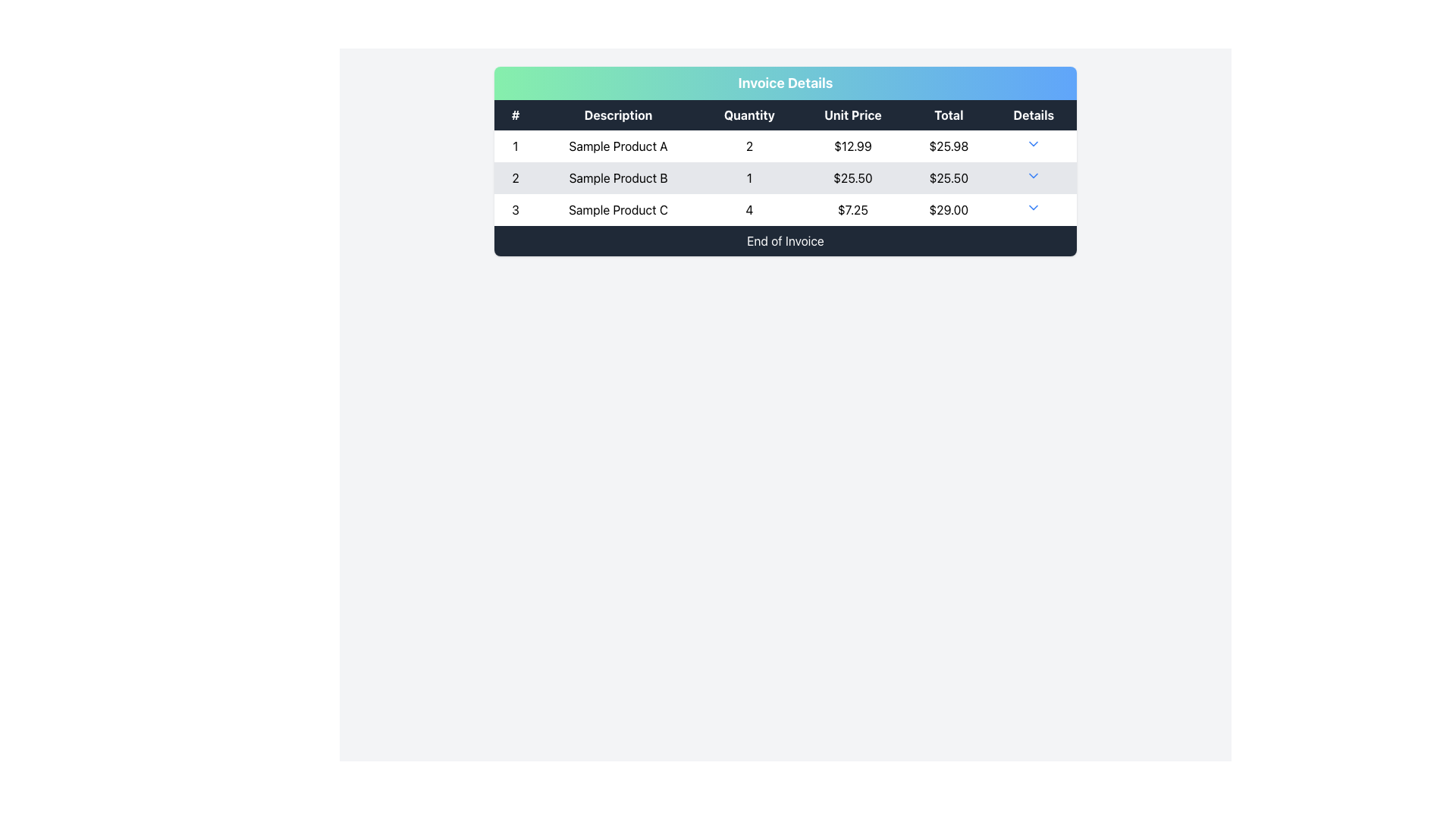 This screenshot has height=819, width=1456. What do you see at coordinates (618, 177) in the screenshot?
I see `the Text Label element displaying 'Sample Product B' located in the second row under the 'Description' column of the table` at bounding box center [618, 177].